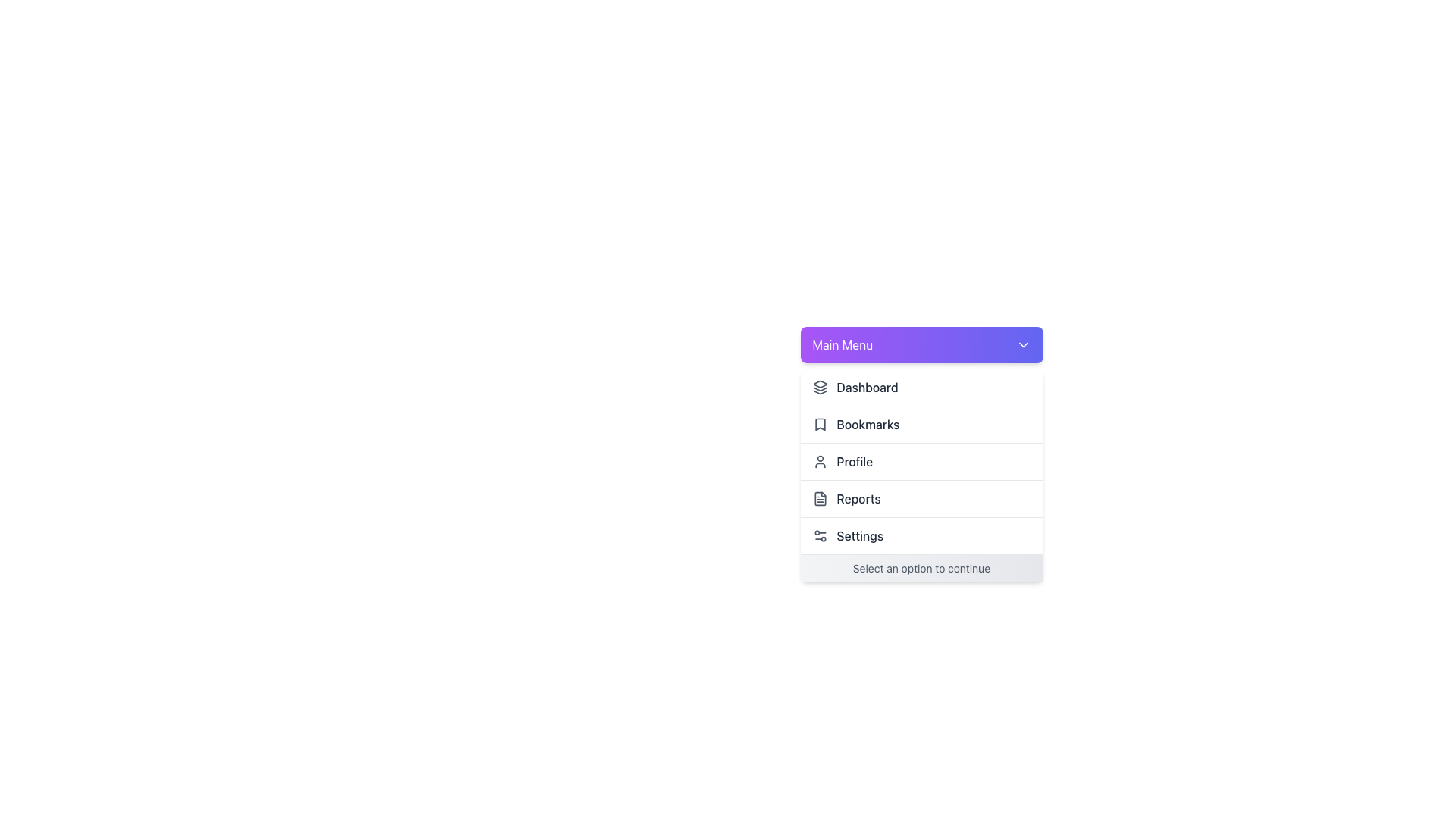 The image size is (1456, 819). What do you see at coordinates (867, 386) in the screenshot?
I see `the 'Dashboard' menu item located in the dropdown menu, which is aligned with an icon depicting layers to its left` at bounding box center [867, 386].